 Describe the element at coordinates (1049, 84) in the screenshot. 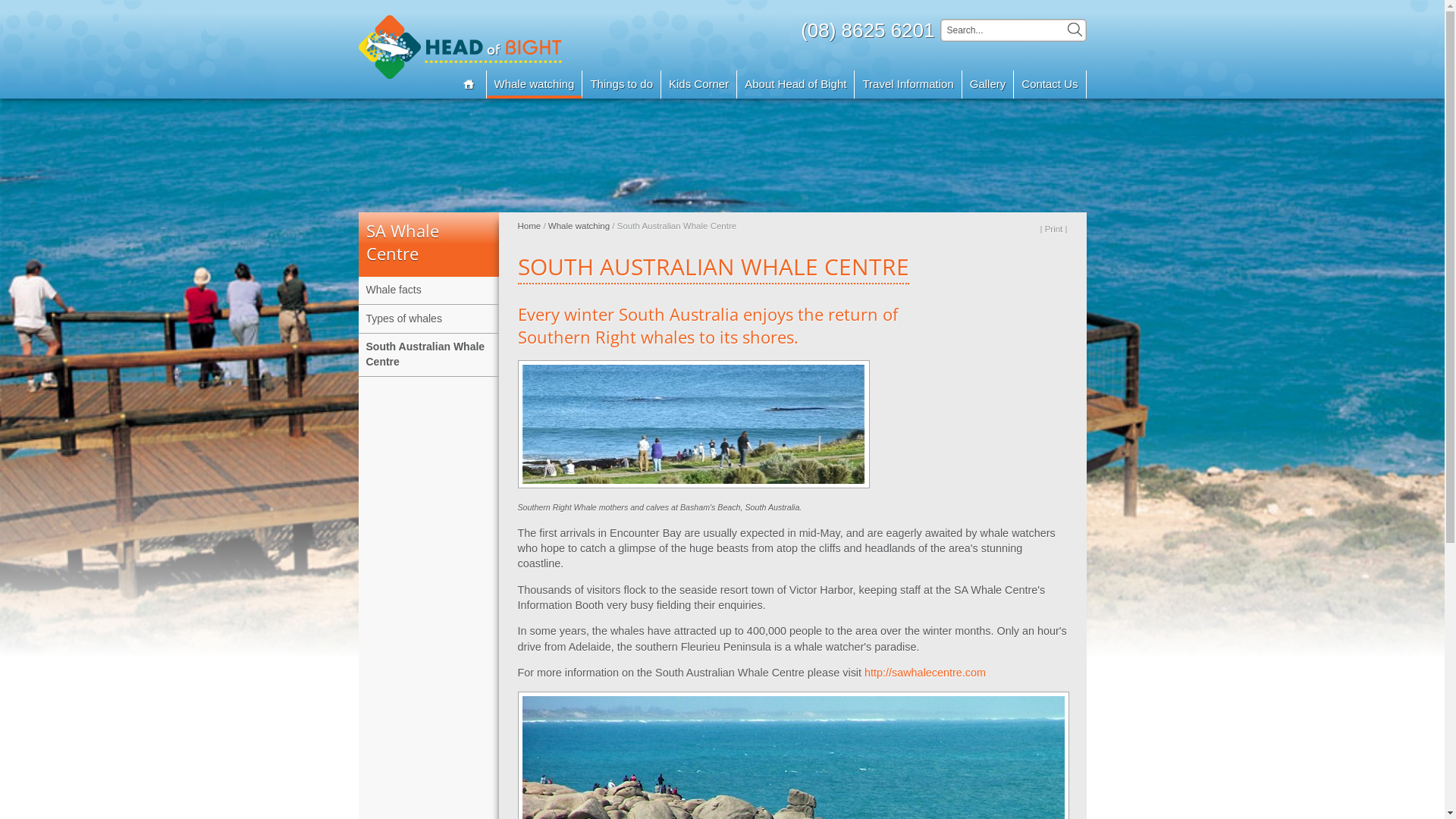

I see `'Contact Us'` at that location.